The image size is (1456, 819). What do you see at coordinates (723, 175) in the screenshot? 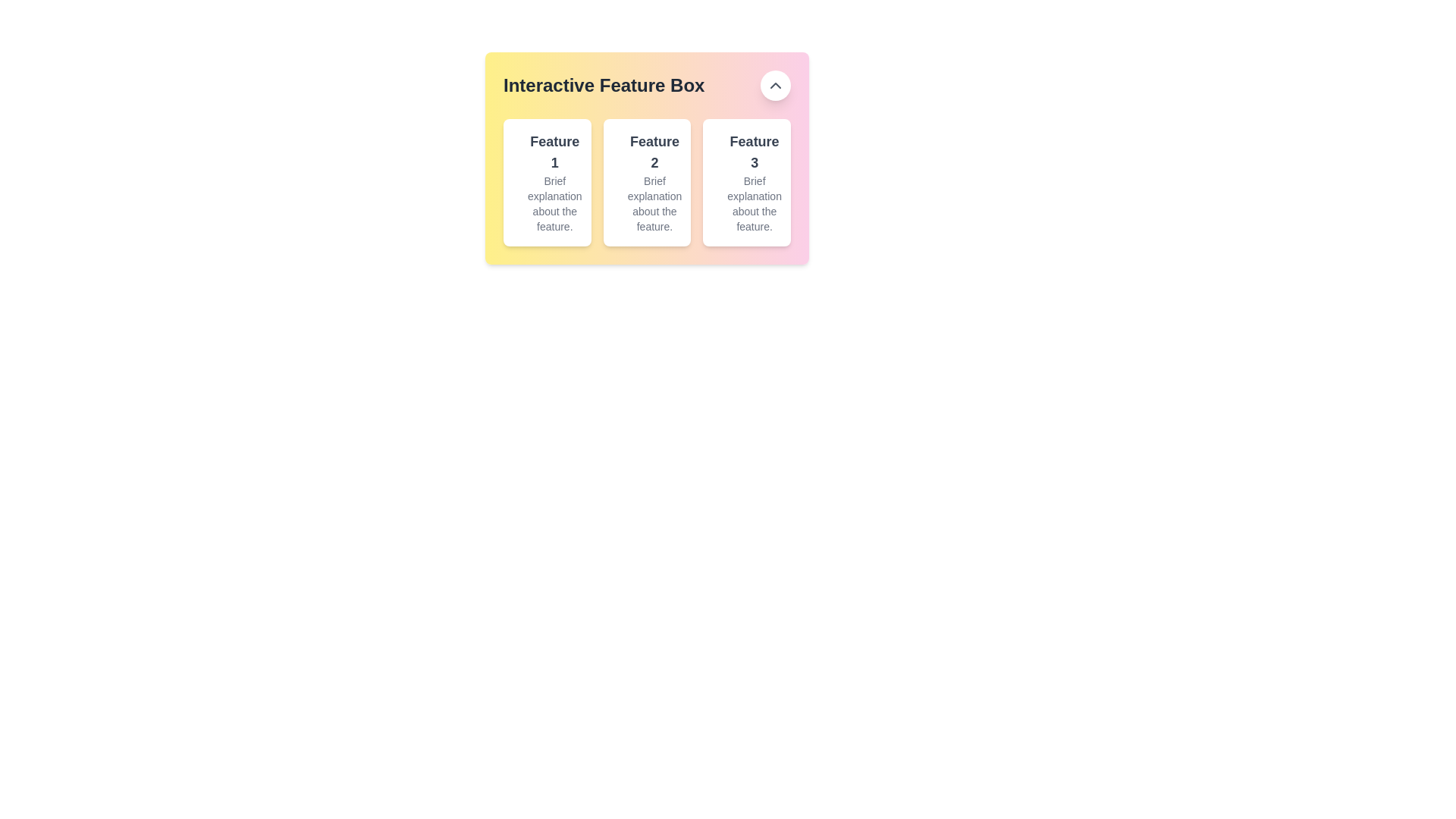
I see `the SVG circle element indicating a status or feature within the 'Feature 3' card located under the title 'Interactive Feature Box'` at bounding box center [723, 175].